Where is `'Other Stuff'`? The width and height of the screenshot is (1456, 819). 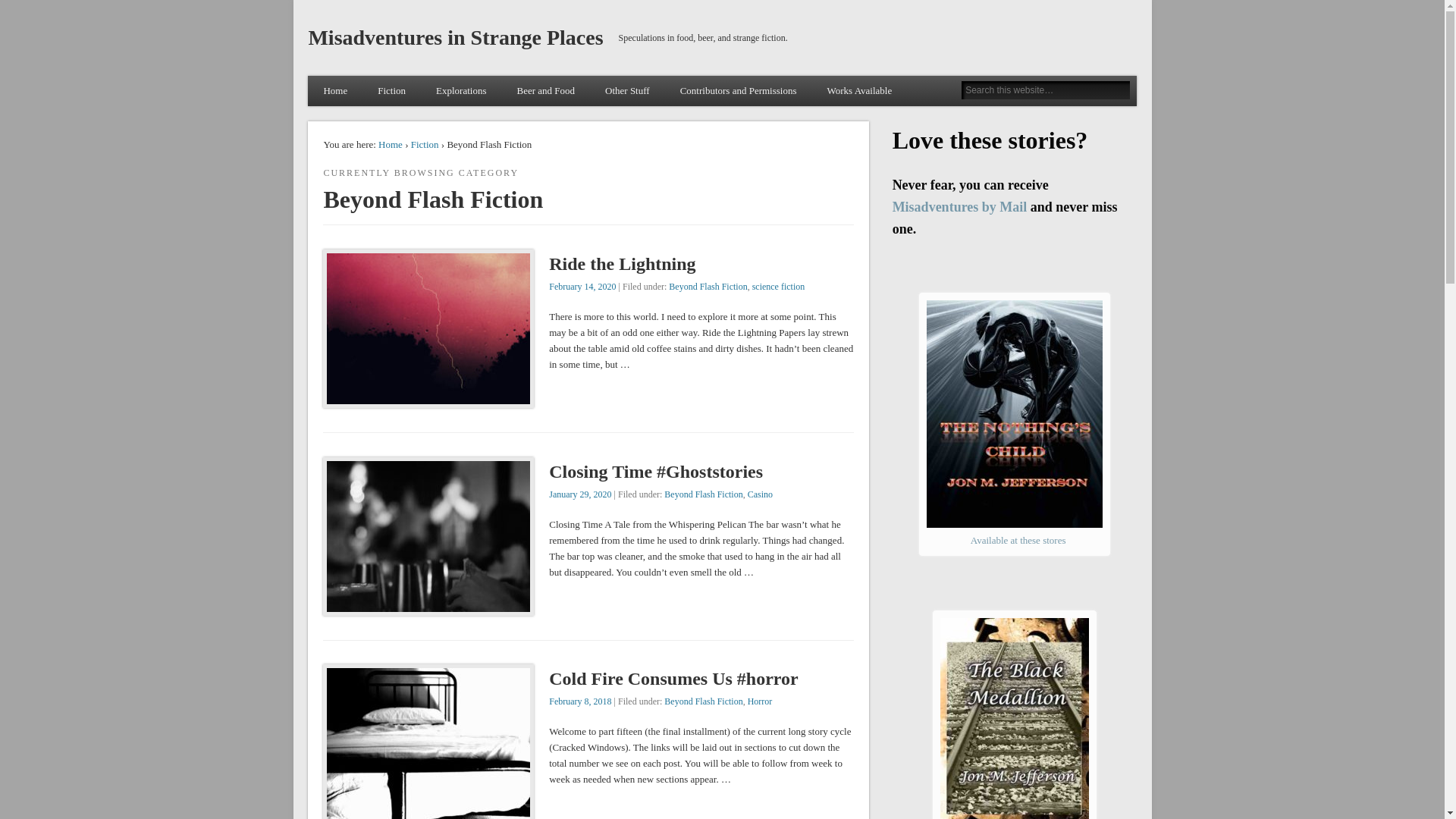
'Other Stuff' is located at coordinates (627, 90).